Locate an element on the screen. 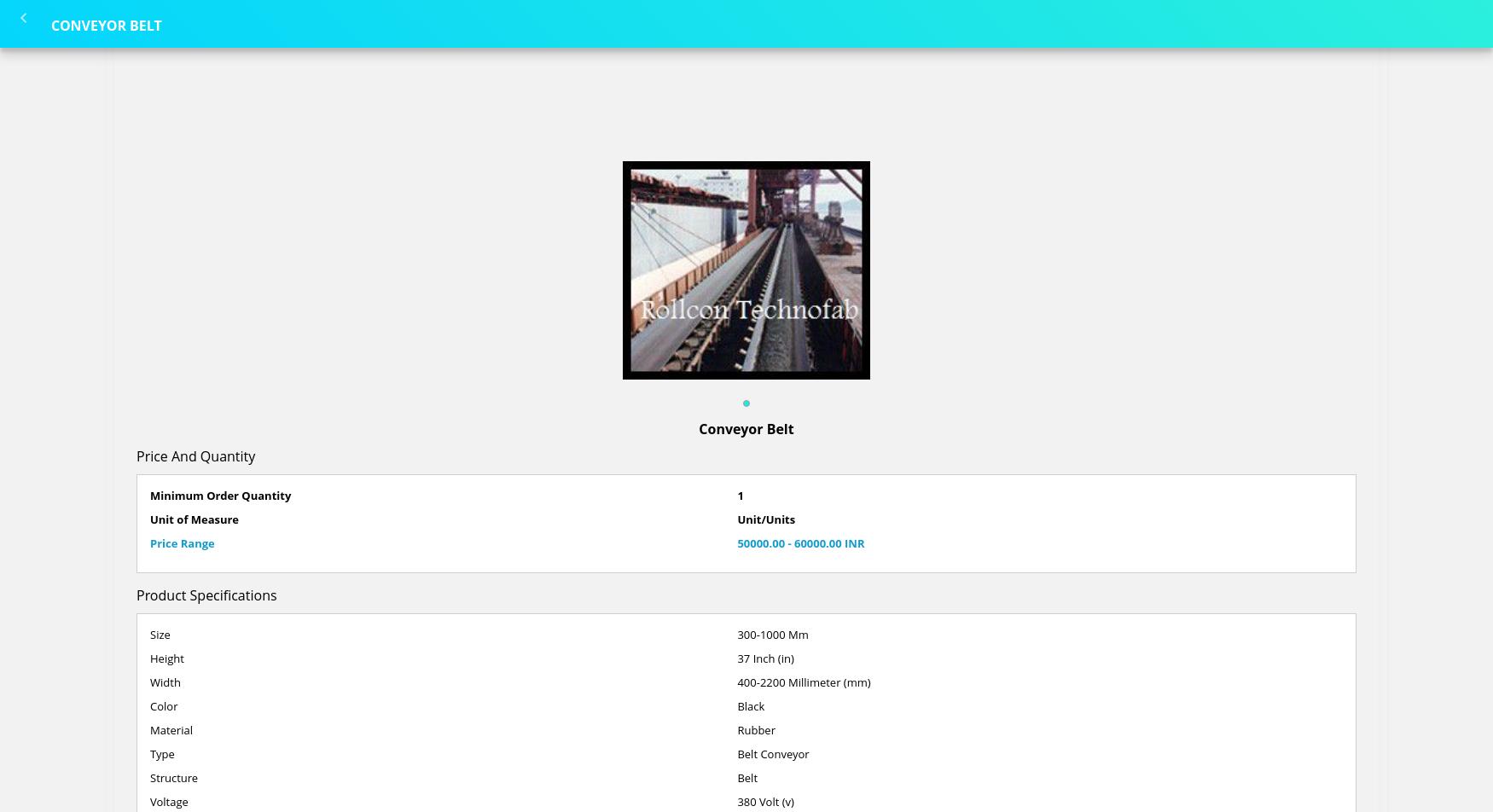 The image size is (1493, 812). 'Color' is located at coordinates (163, 705).